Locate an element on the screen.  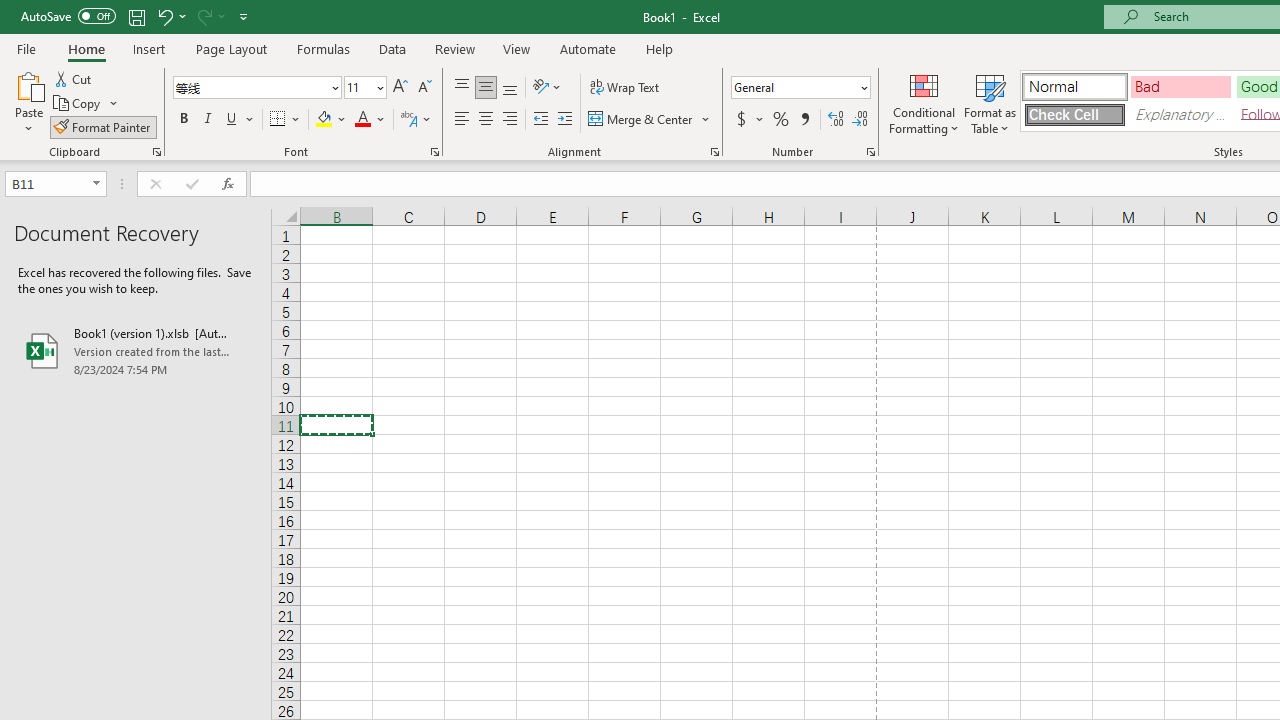
'Check Cell' is located at coordinates (1073, 114).